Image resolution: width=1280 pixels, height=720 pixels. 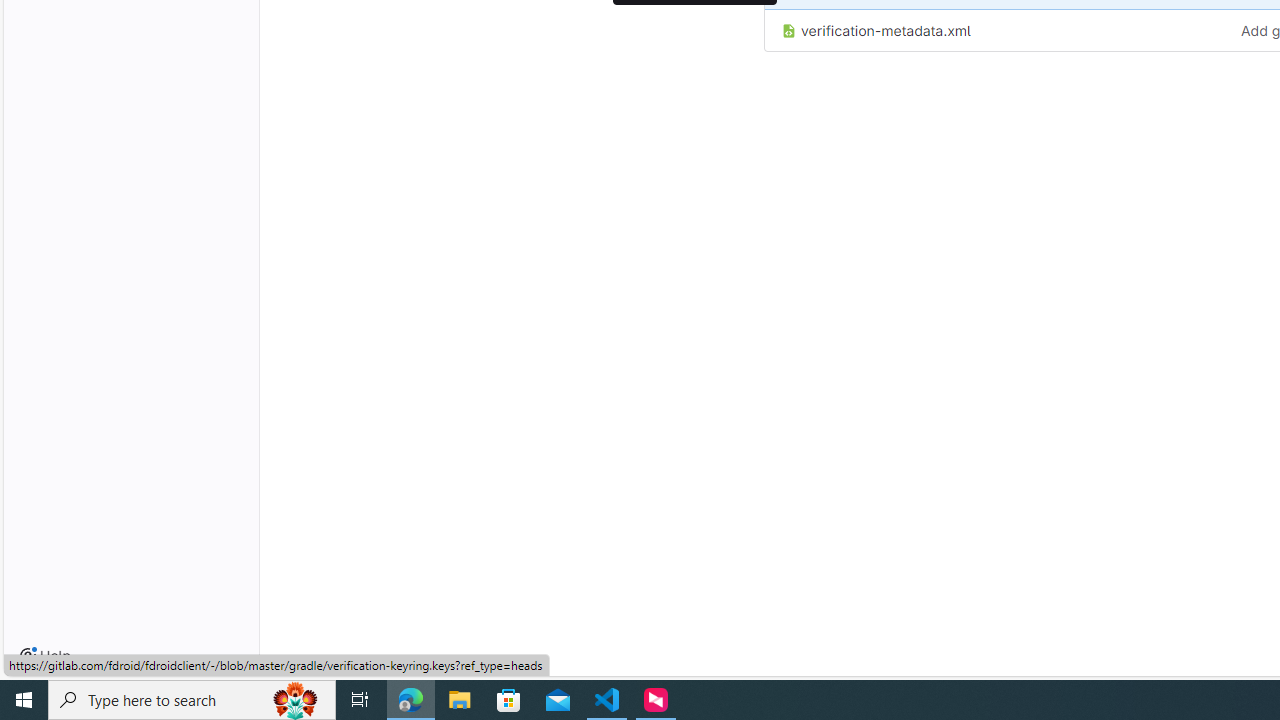 What do you see at coordinates (788, 31) in the screenshot?
I see `'Class: s16 position-relative file-icon'` at bounding box center [788, 31].